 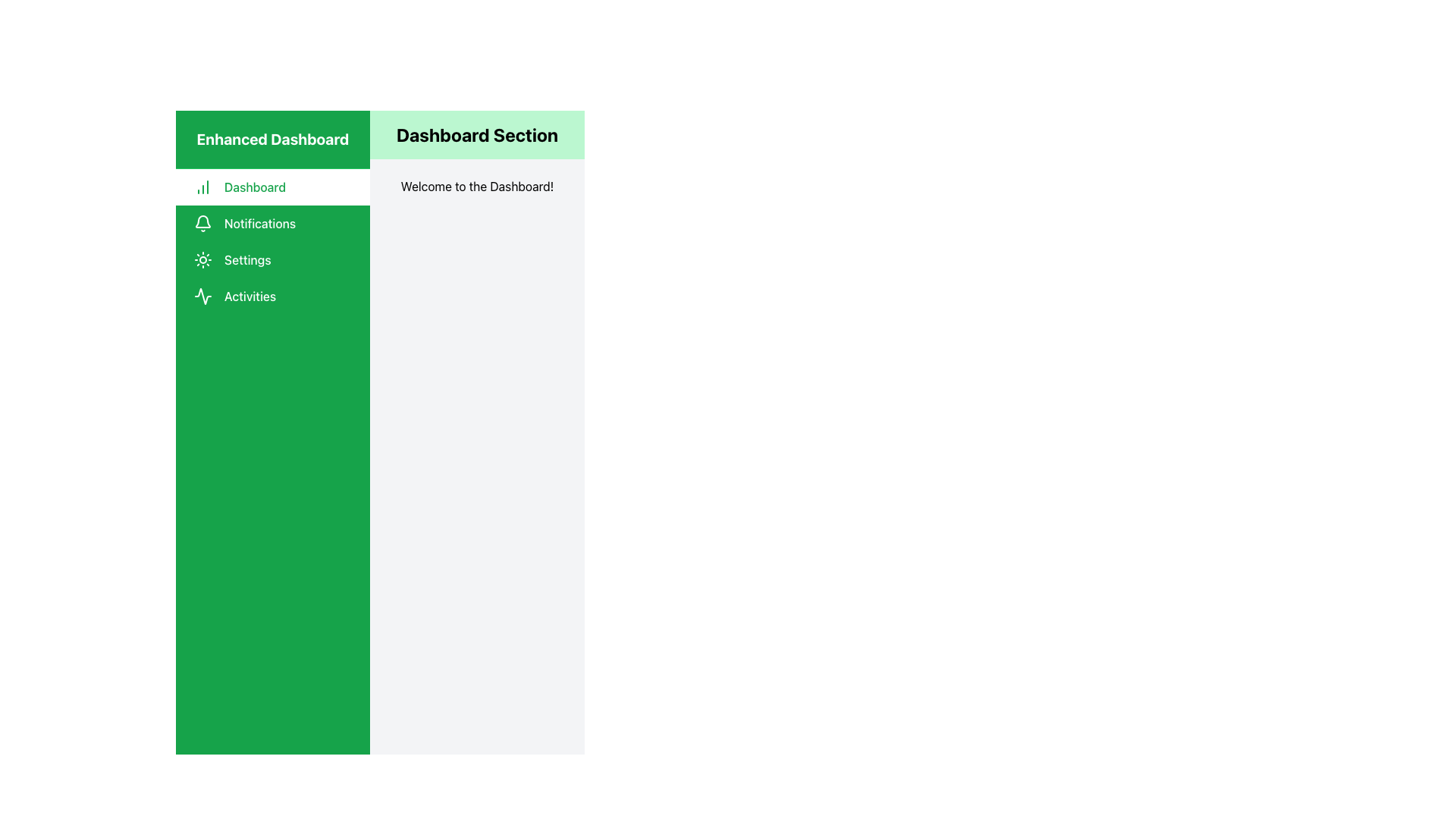 I want to click on 'Dashboard' text label, which is styled in green and located inside the vertical menu bar next to a chart icon, so click(x=255, y=186).